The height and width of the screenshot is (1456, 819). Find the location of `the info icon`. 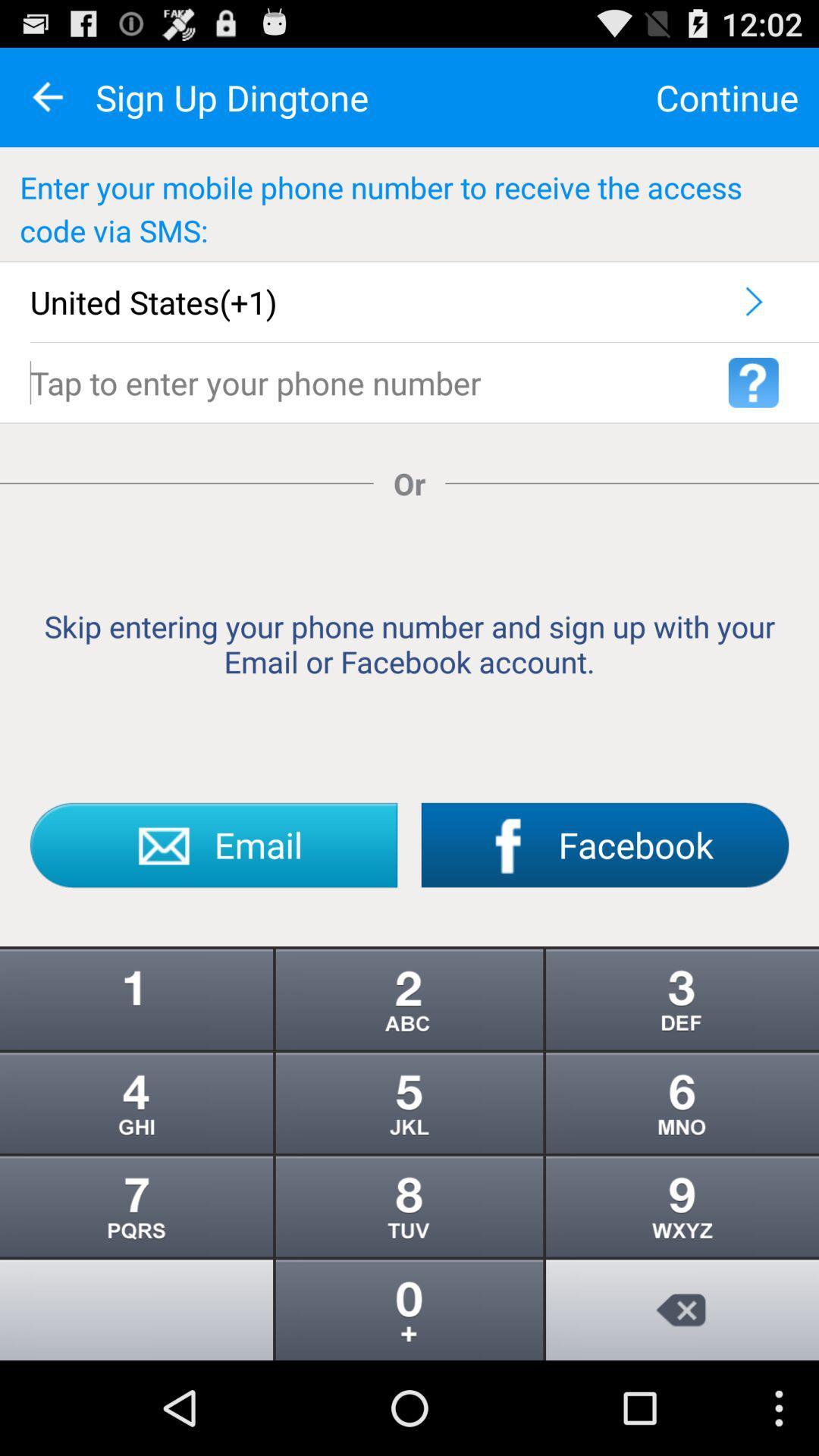

the info icon is located at coordinates (136, 1290).